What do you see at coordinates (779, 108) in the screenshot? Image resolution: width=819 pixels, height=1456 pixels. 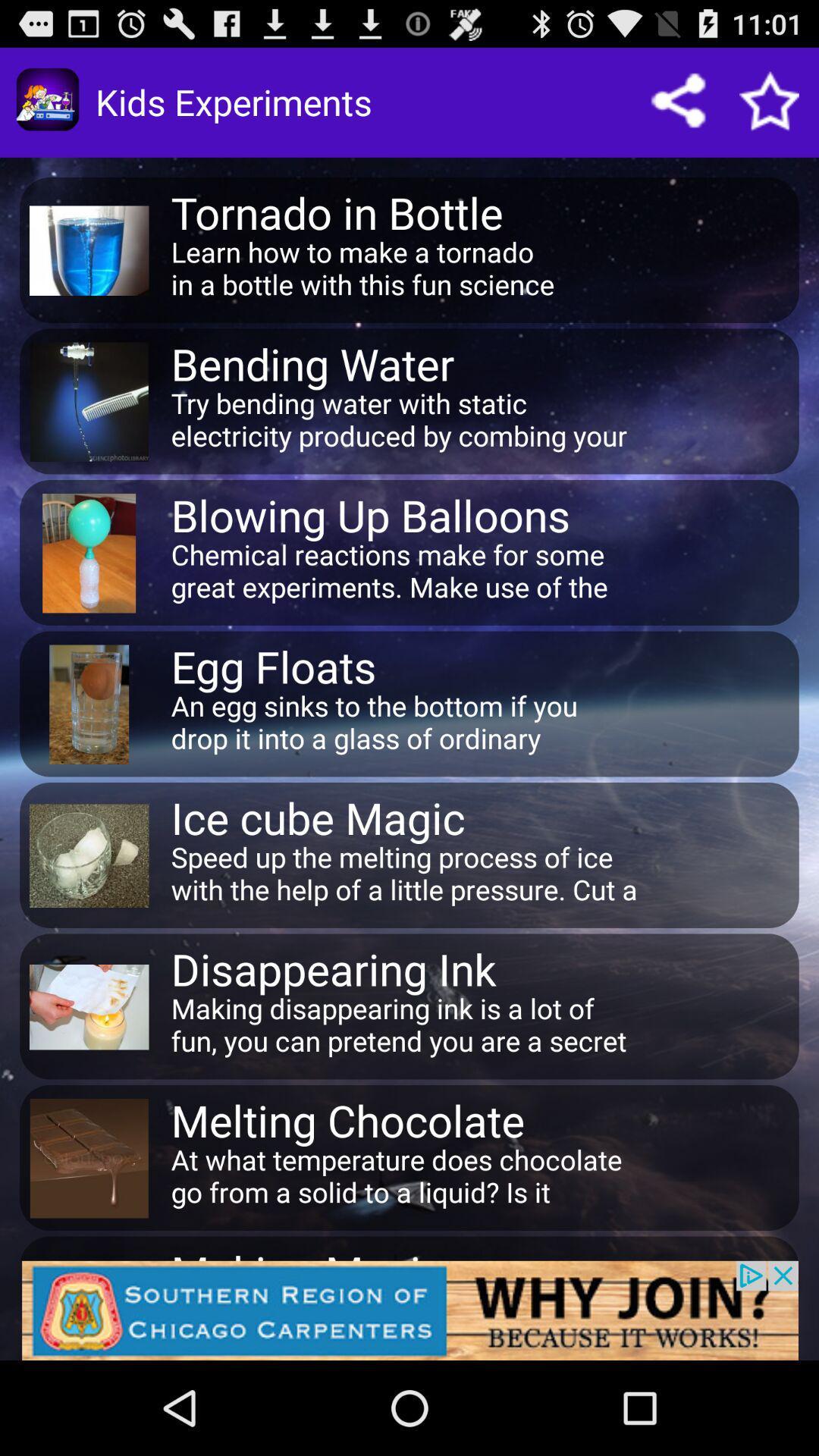 I see `the star icon` at bounding box center [779, 108].